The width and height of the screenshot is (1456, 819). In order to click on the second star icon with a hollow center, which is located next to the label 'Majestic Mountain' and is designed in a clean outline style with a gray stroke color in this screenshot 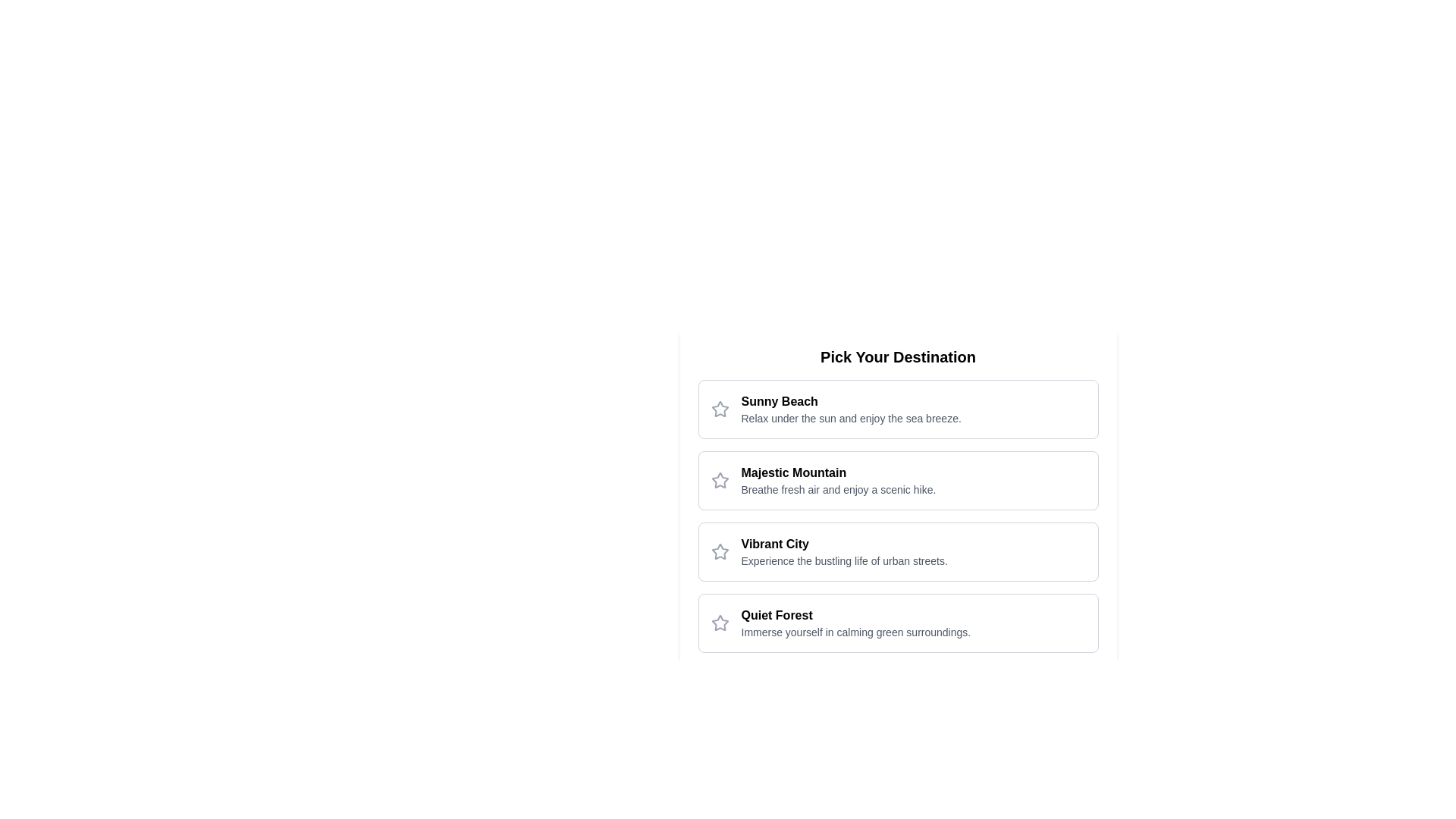, I will do `click(719, 480)`.